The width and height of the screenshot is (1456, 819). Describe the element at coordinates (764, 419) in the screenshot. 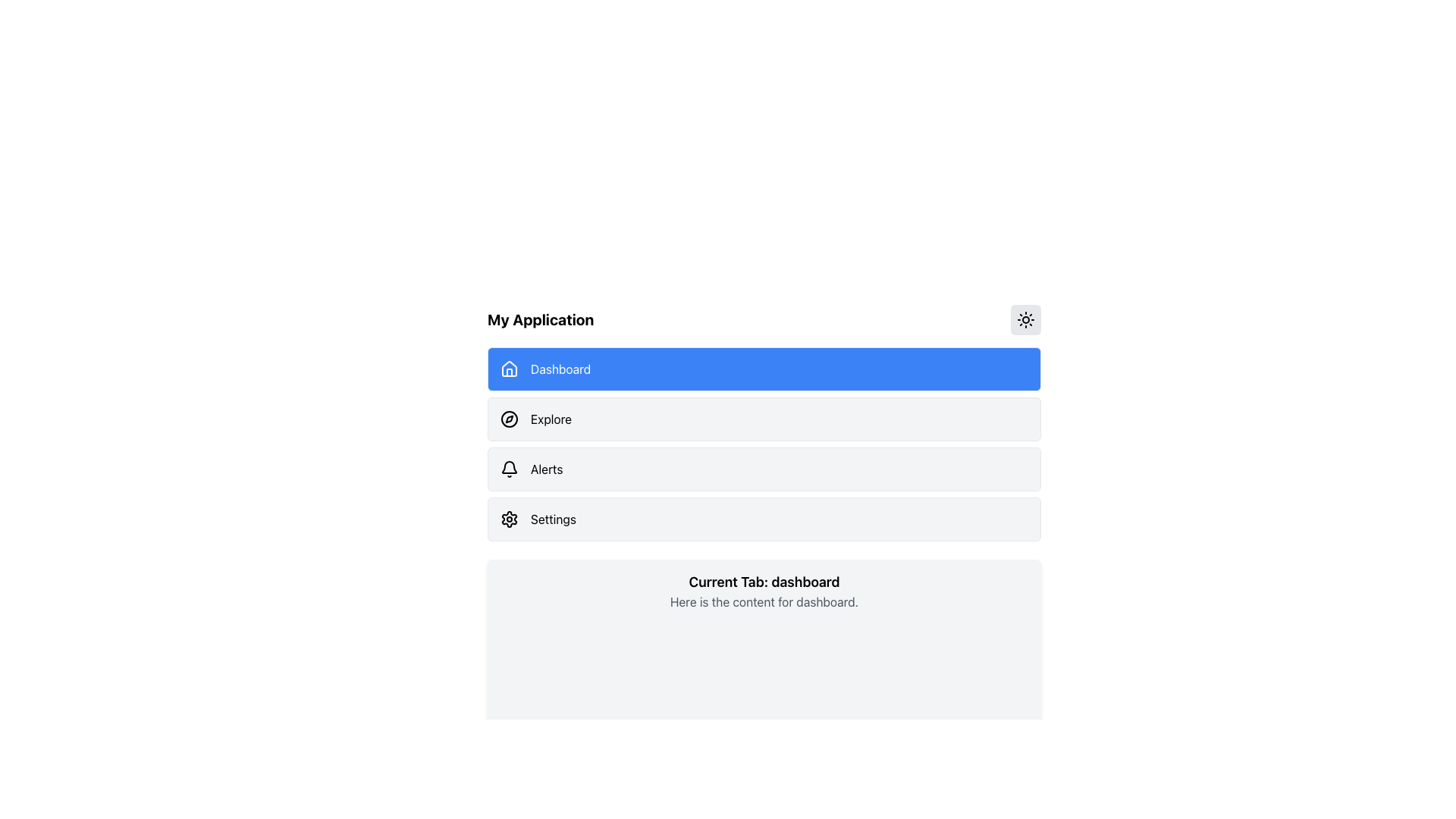

I see `the 'Explore' button in the sidebar menu` at that location.